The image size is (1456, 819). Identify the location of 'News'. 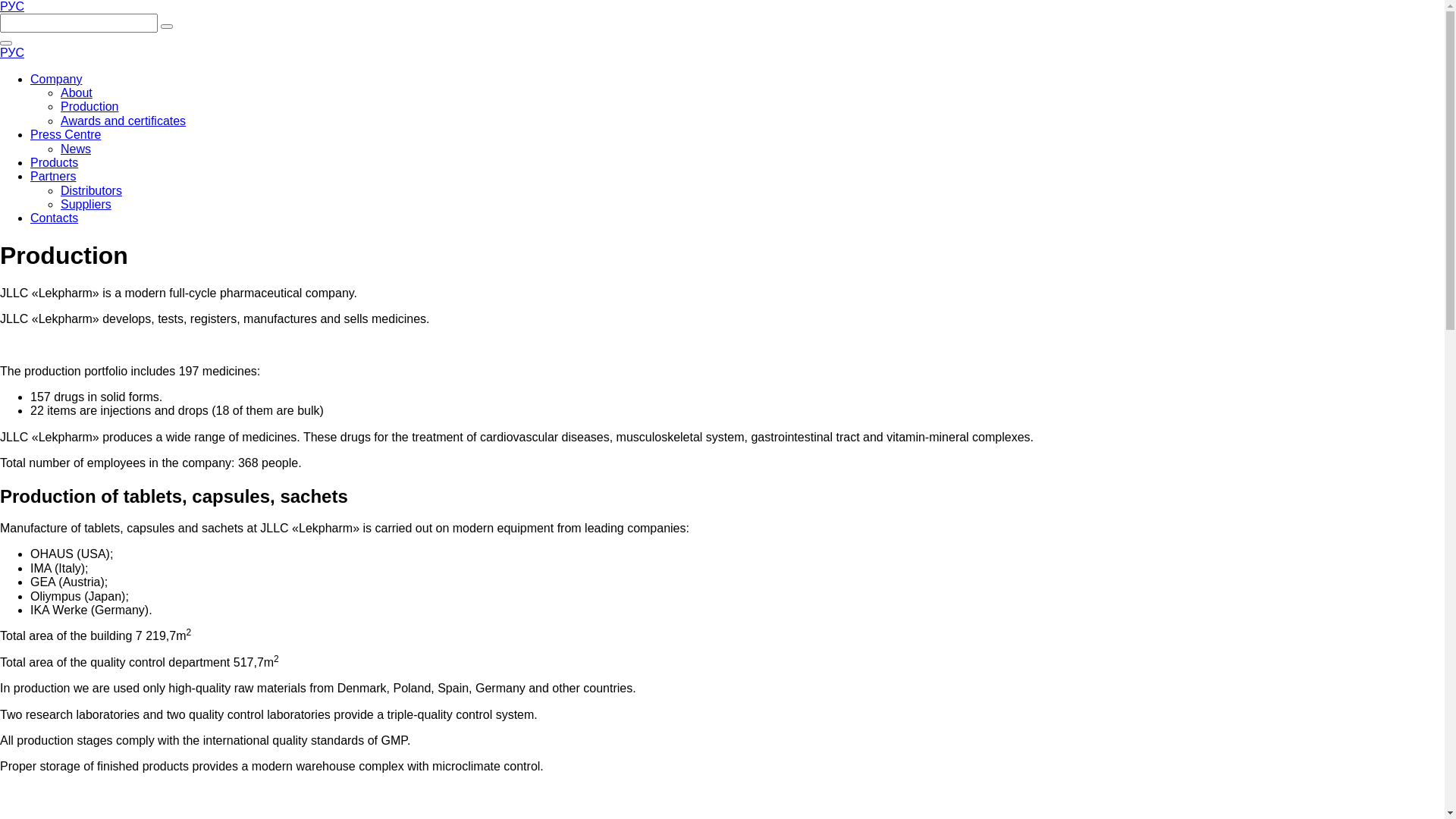
(61, 149).